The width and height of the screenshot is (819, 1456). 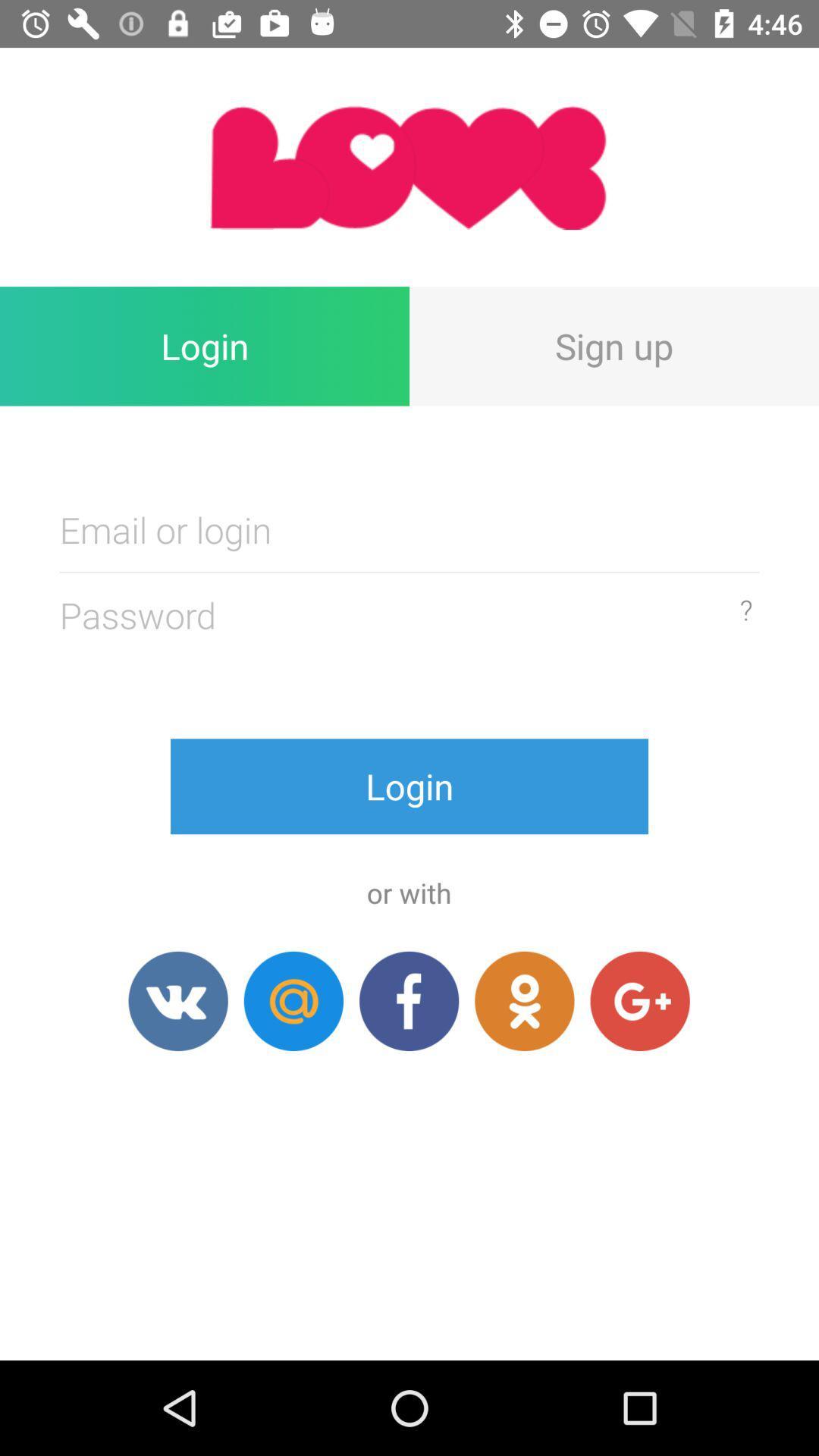 I want to click on radio button next to login icon, so click(x=614, y=345).